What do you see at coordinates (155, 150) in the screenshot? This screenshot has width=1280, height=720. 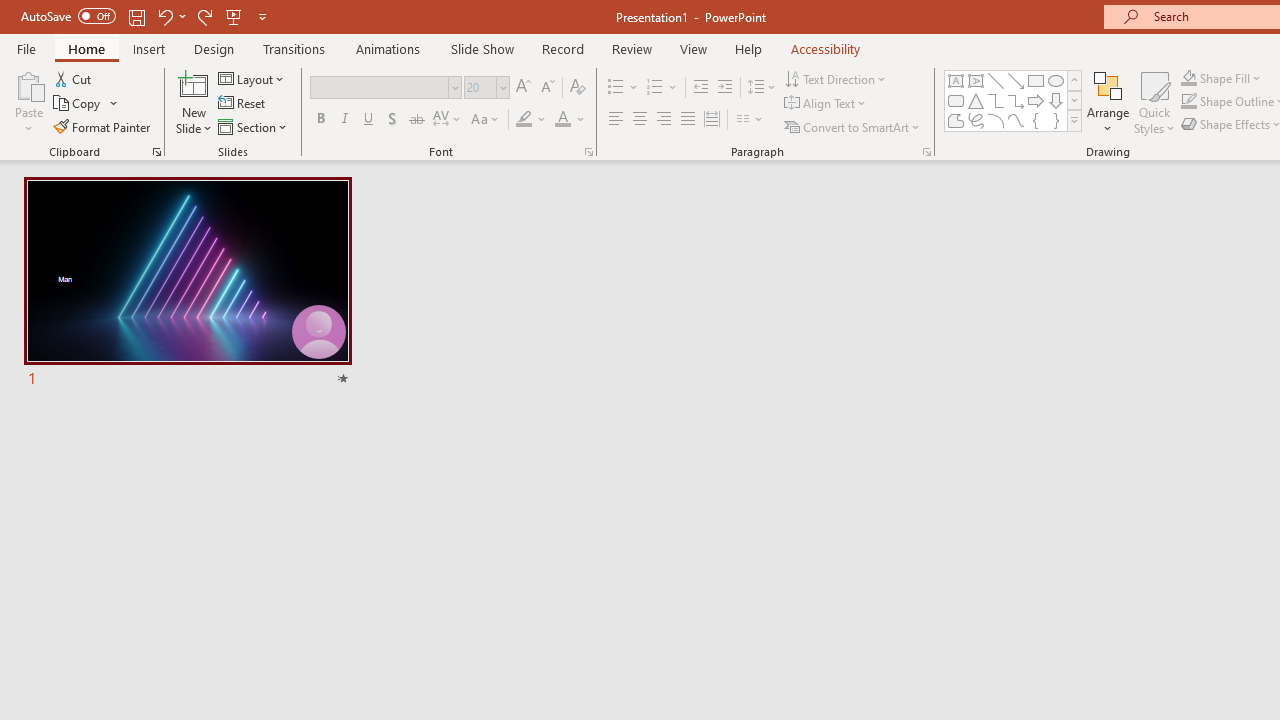 I see `'Office Clipboard...'` at bounding box center [155, 150].